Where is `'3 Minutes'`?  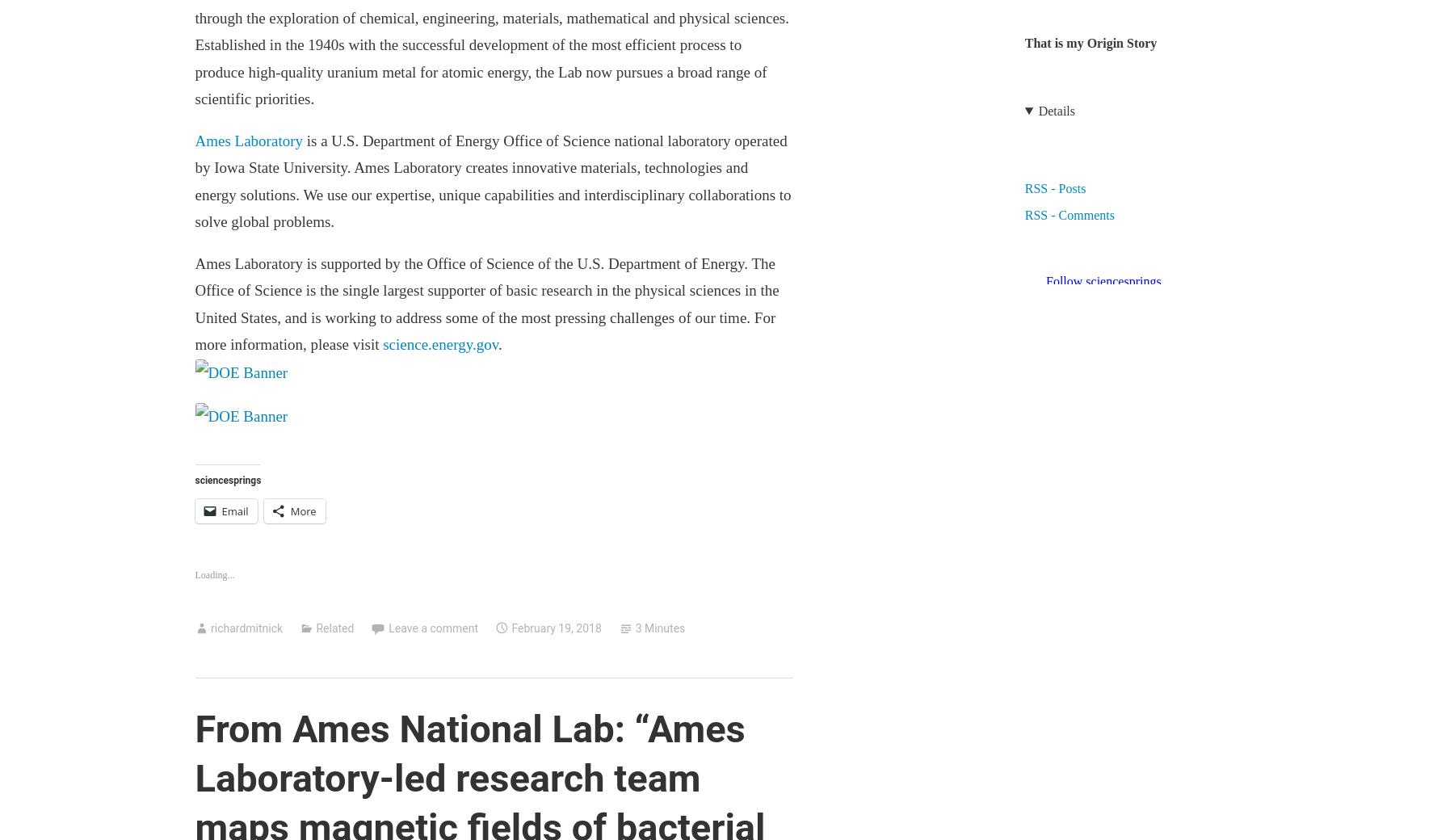 '3 Minutes' is located at coordinates (660, 627).